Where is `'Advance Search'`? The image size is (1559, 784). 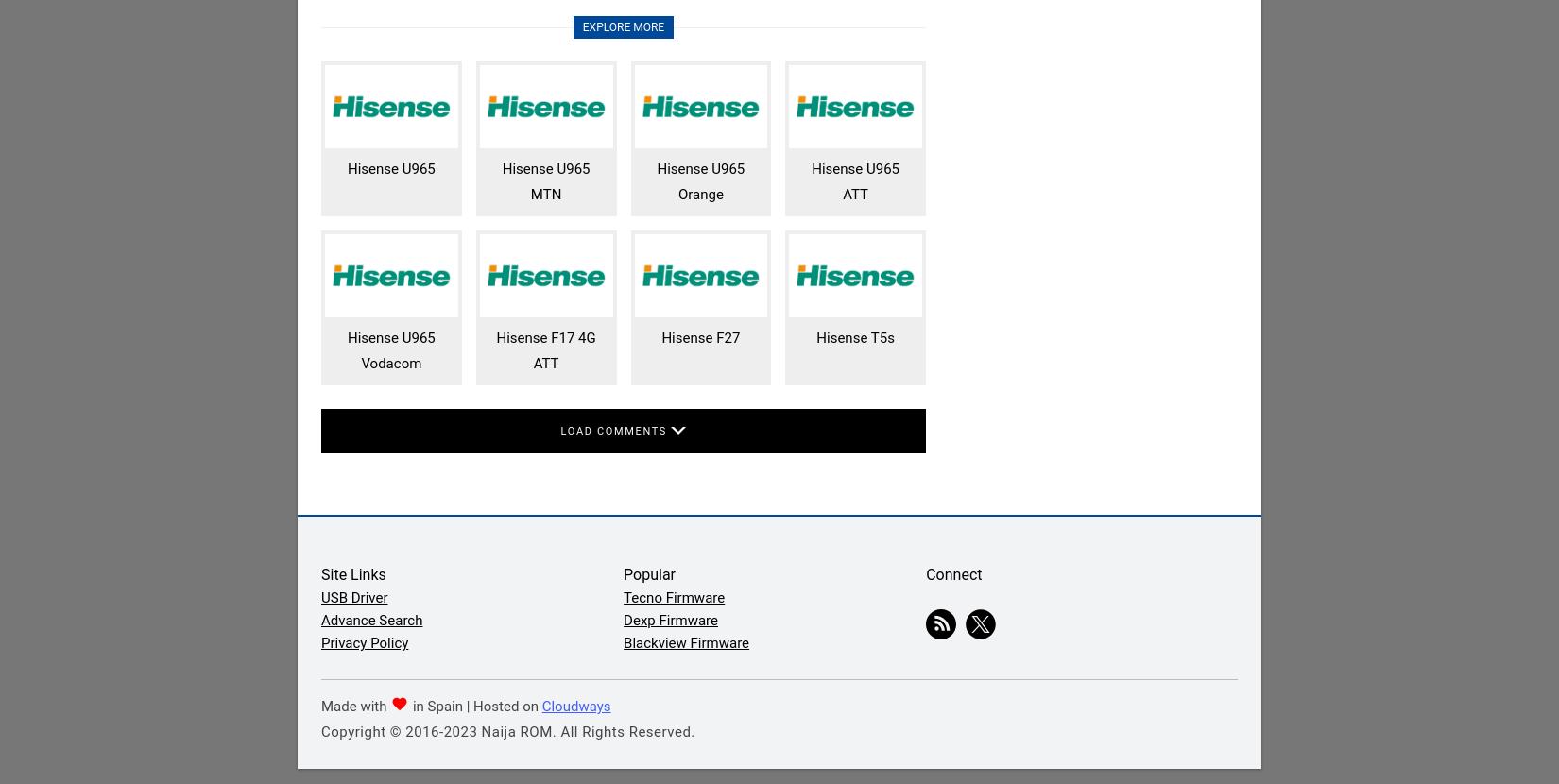
'Advance Search' is located at coordinates (371, 620).